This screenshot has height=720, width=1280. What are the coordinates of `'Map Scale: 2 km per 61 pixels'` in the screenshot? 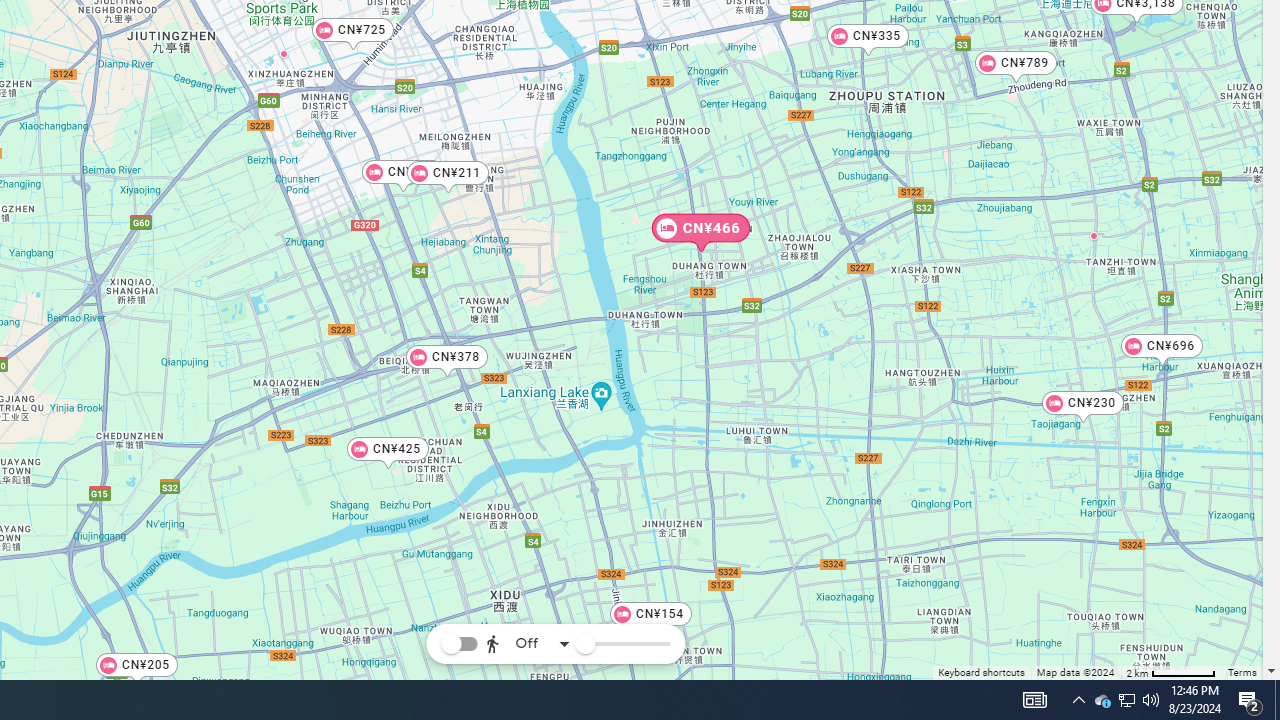 It's located at (1171, 672).